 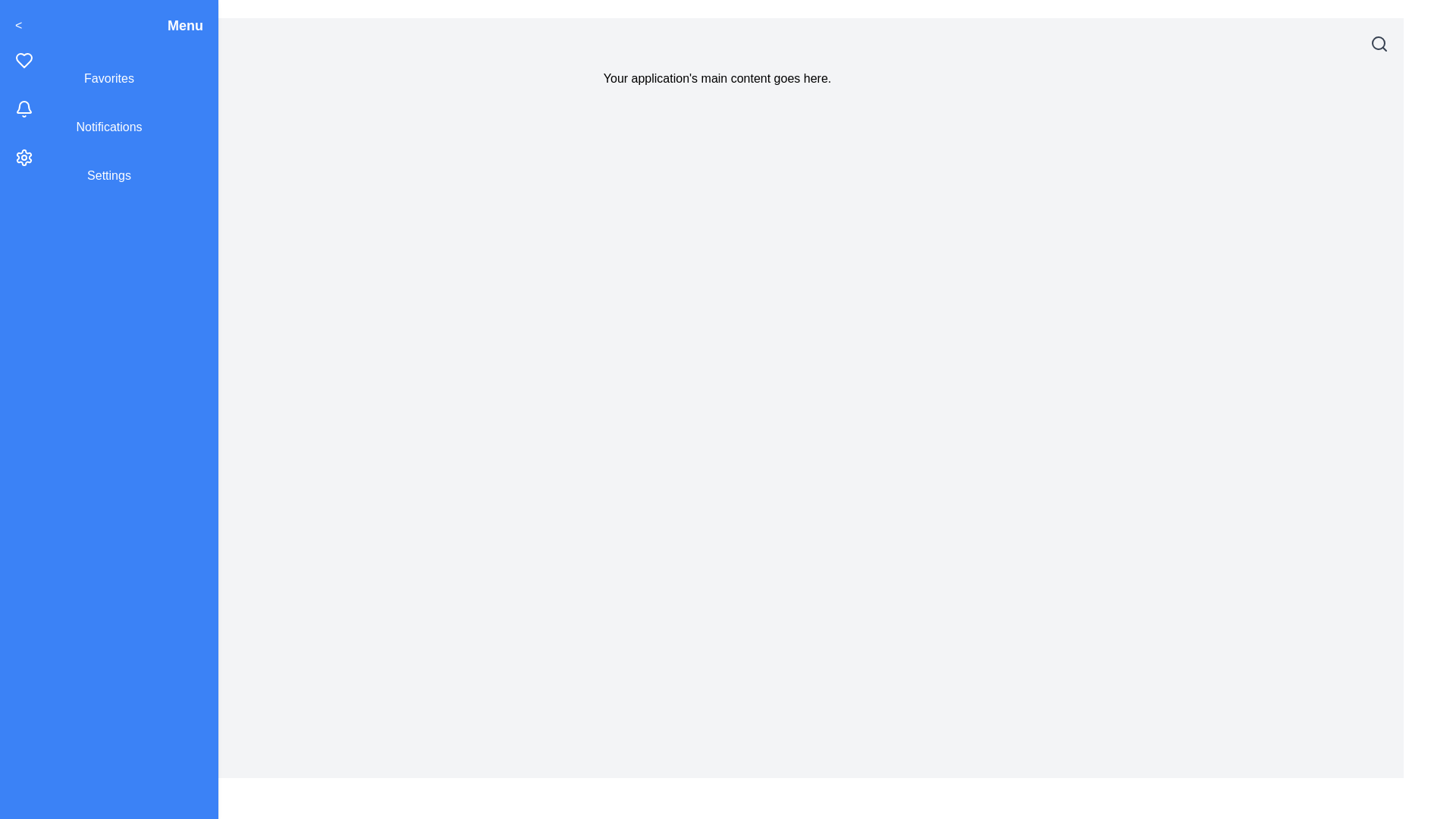 What do you see at coordinates (108, 70) in the screenshot?
I see `the 'Favorites' menu item in the drawer` at bounding box center [108, 70].